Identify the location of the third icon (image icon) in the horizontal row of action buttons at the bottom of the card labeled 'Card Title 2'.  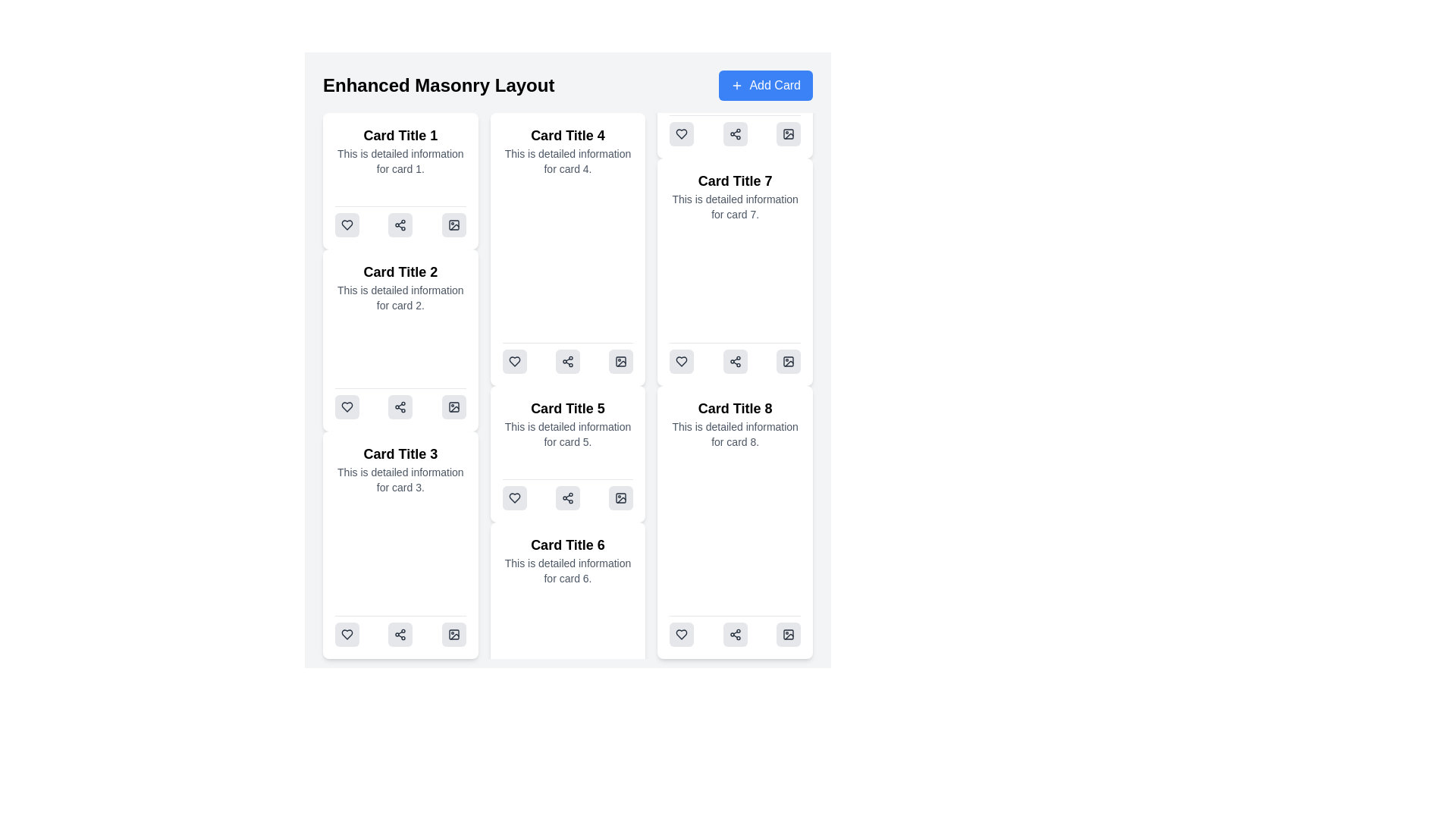
(453, 225).